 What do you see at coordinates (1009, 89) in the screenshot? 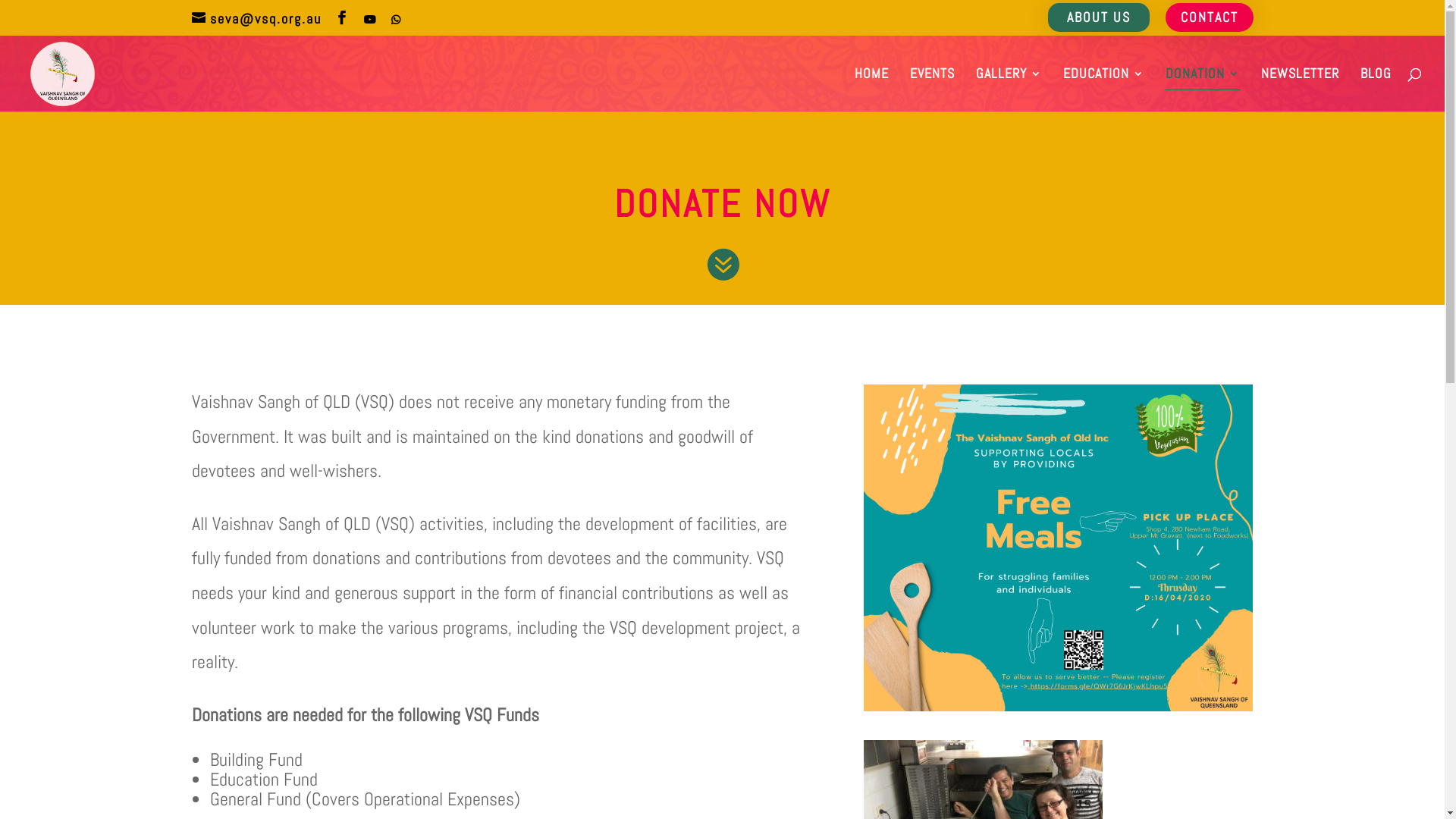
I see `'GALLERY'` at bounding box center [1009, 89].